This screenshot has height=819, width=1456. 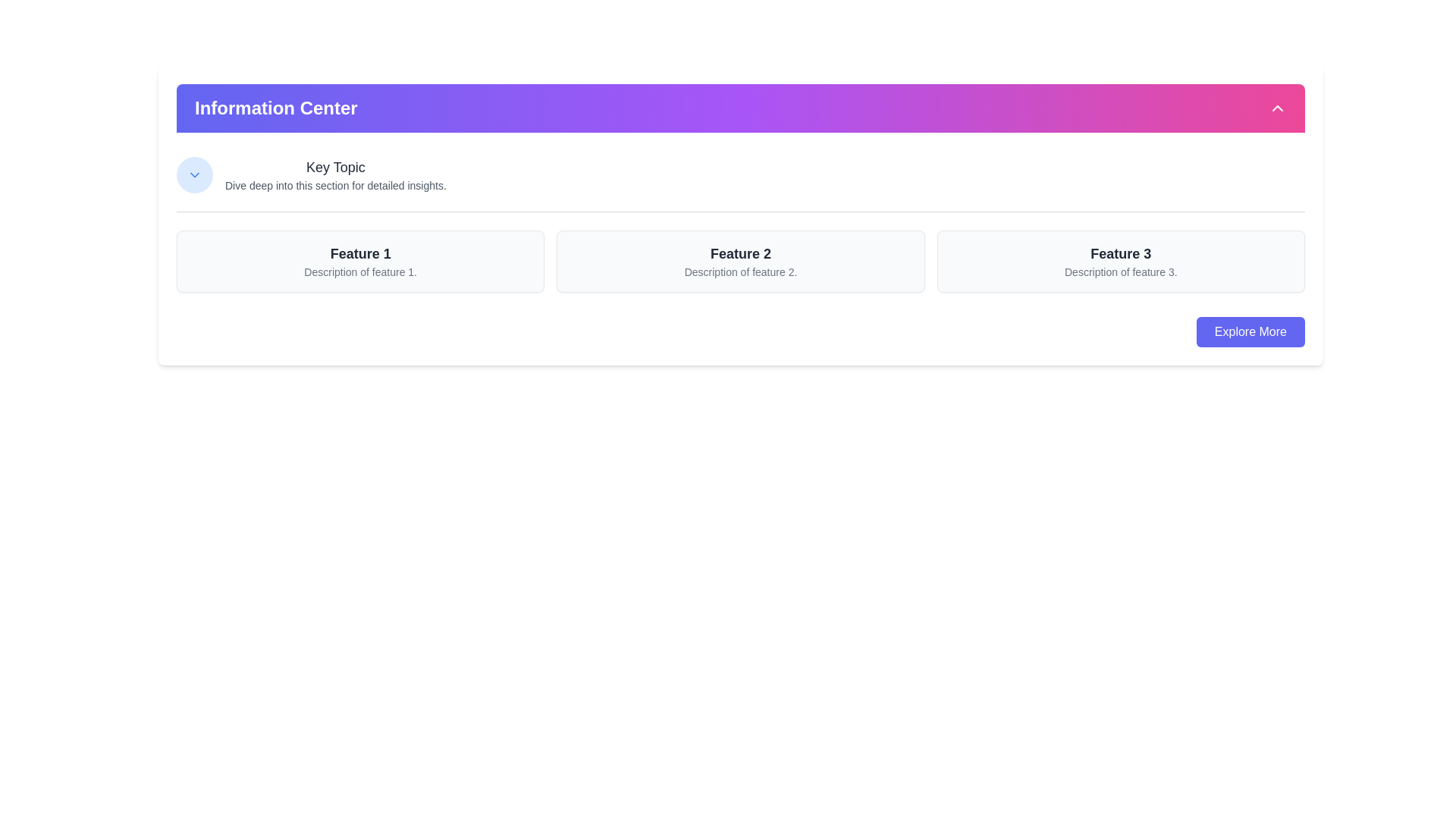 I want to click on the text label that provides details about 'Feature 2', located in the second column of feature cards, below the 'Feature 2' heading, so click(x=740, y=271).